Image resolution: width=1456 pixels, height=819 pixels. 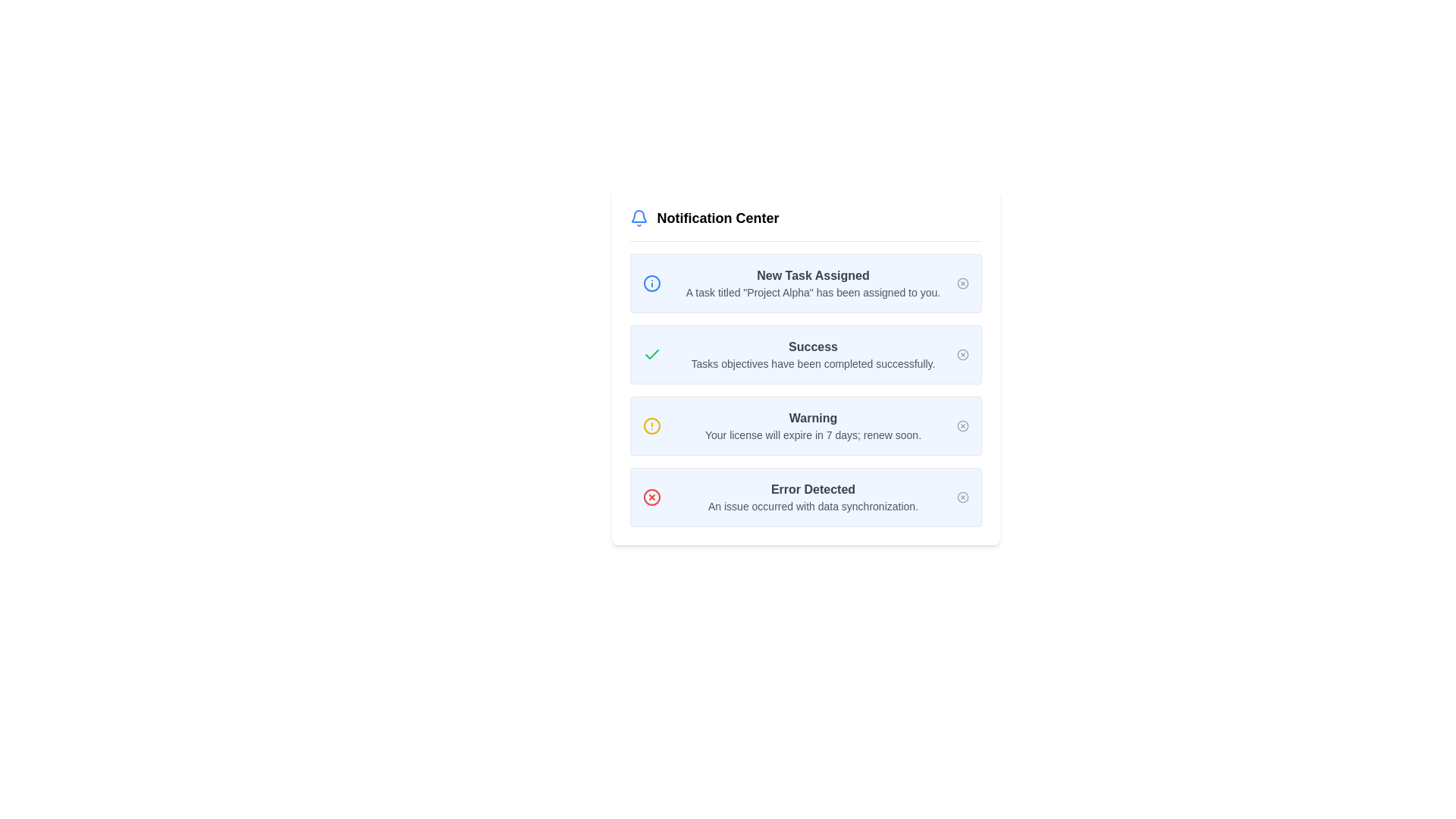 What do you see at coordinates (962, 426) in the screenshot?
I see `the circular element with a stroke and no fill, located within the 'Warning' notification icon in the 'Notification Center' interface` at bounding box center [962, 426].